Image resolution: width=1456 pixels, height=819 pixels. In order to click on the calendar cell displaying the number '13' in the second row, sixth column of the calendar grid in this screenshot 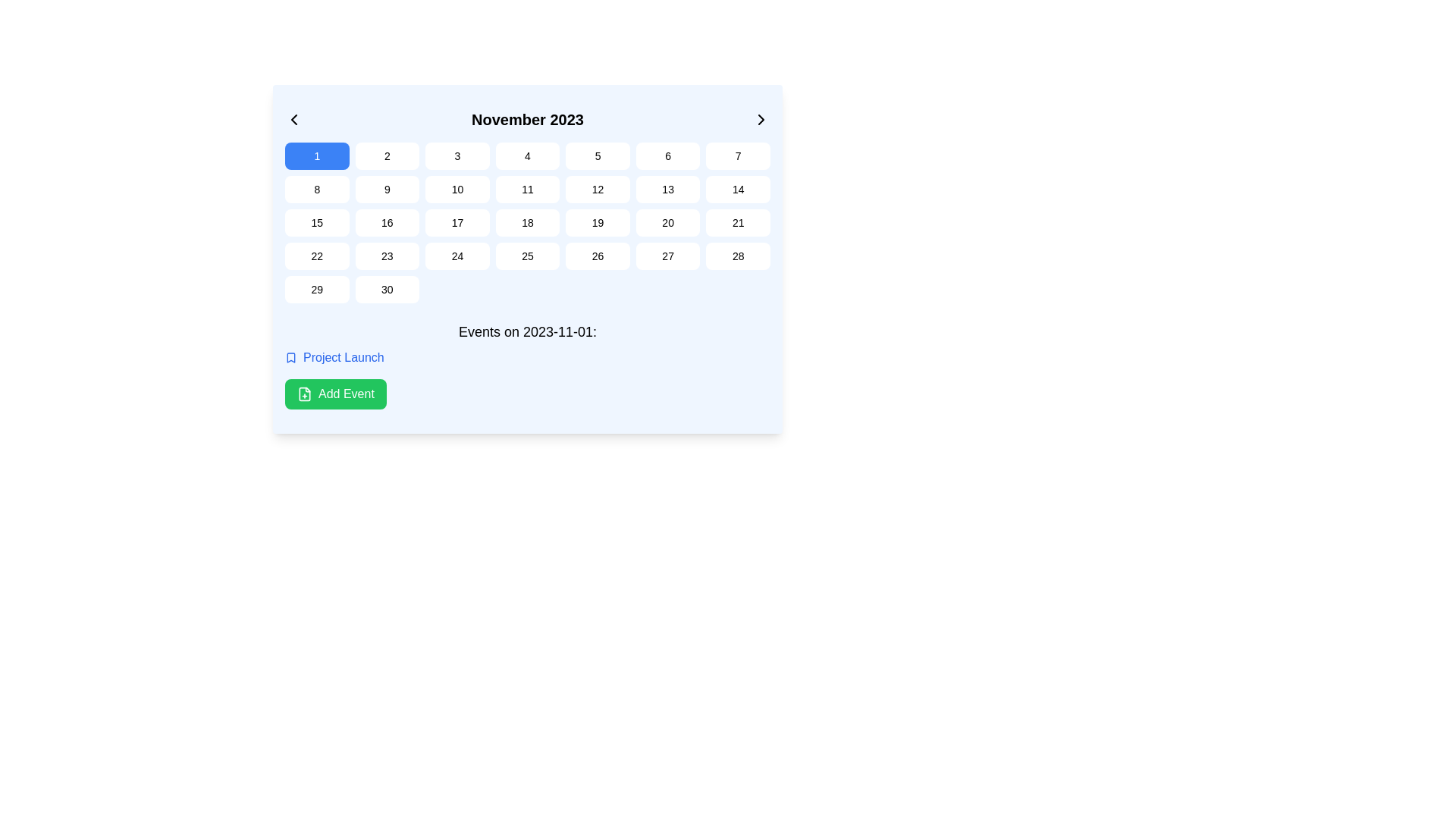, I will do `click(667, 189)`.